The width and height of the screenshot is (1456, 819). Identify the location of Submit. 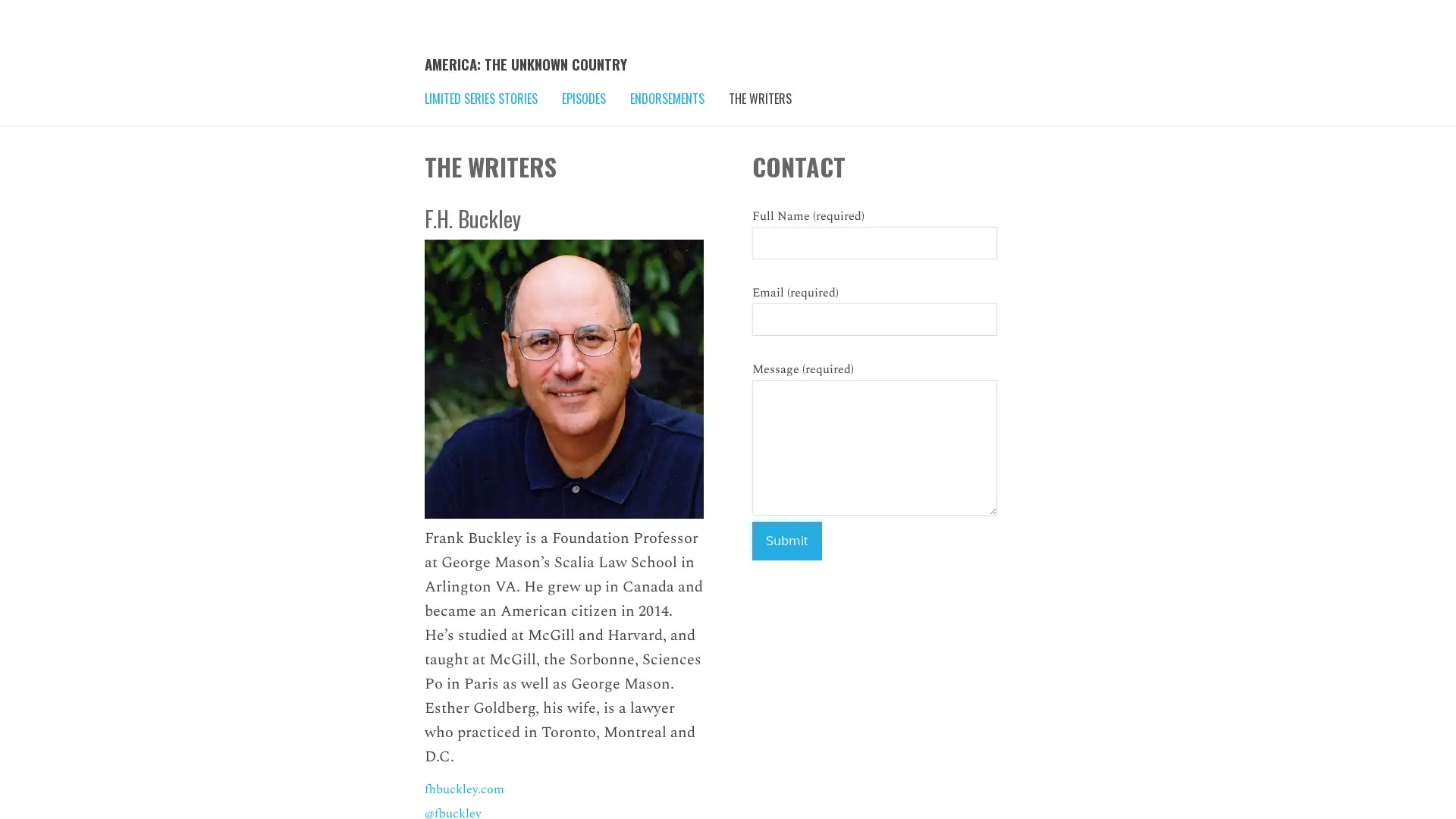
(786, 540).